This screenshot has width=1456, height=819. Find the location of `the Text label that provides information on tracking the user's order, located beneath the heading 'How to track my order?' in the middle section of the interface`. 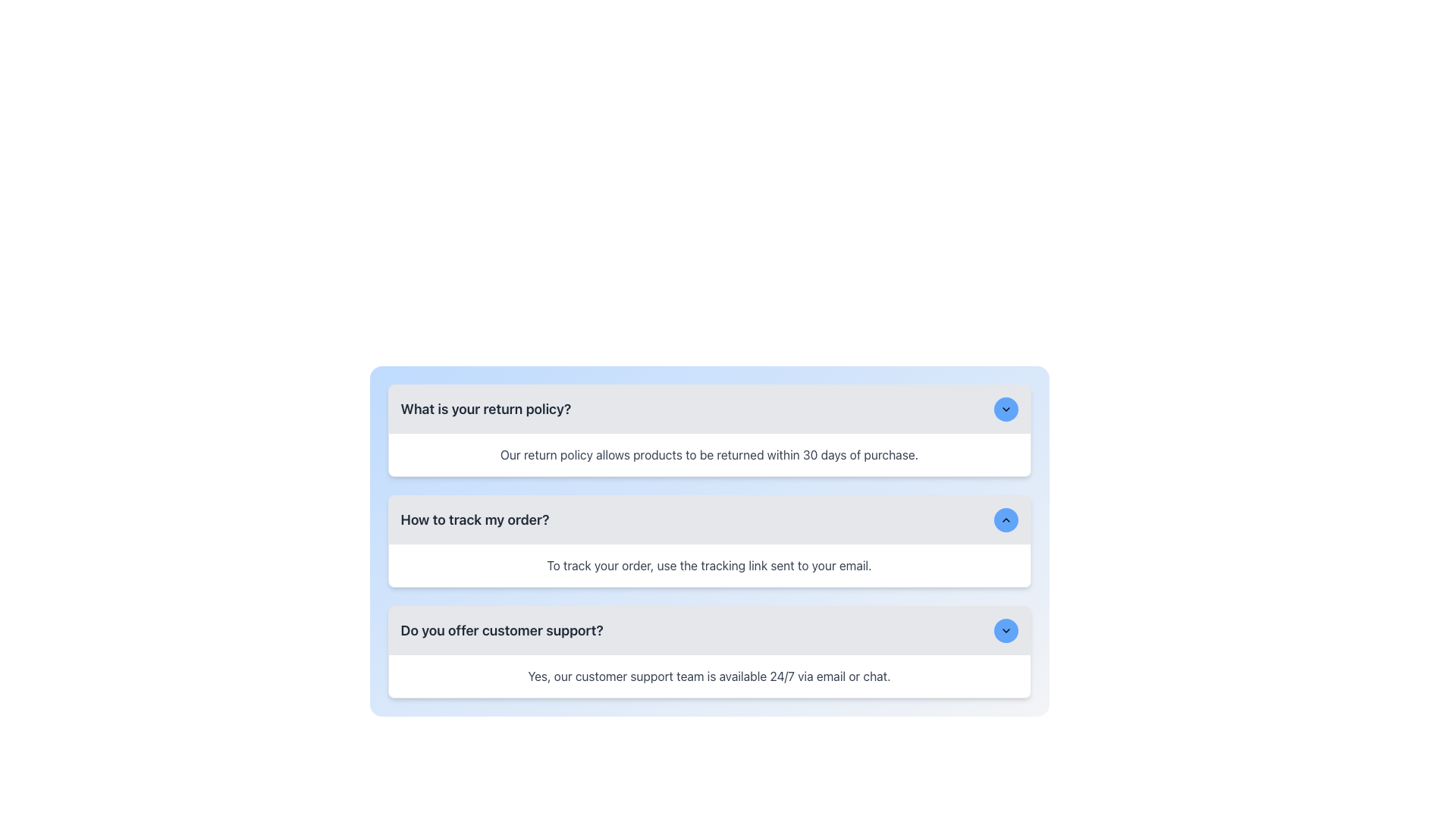

the Text label that provides information on tracking the user's order, located beneath the heading 'How to track my order?' in the middle section of the interface is located at coordinates (708, 565).